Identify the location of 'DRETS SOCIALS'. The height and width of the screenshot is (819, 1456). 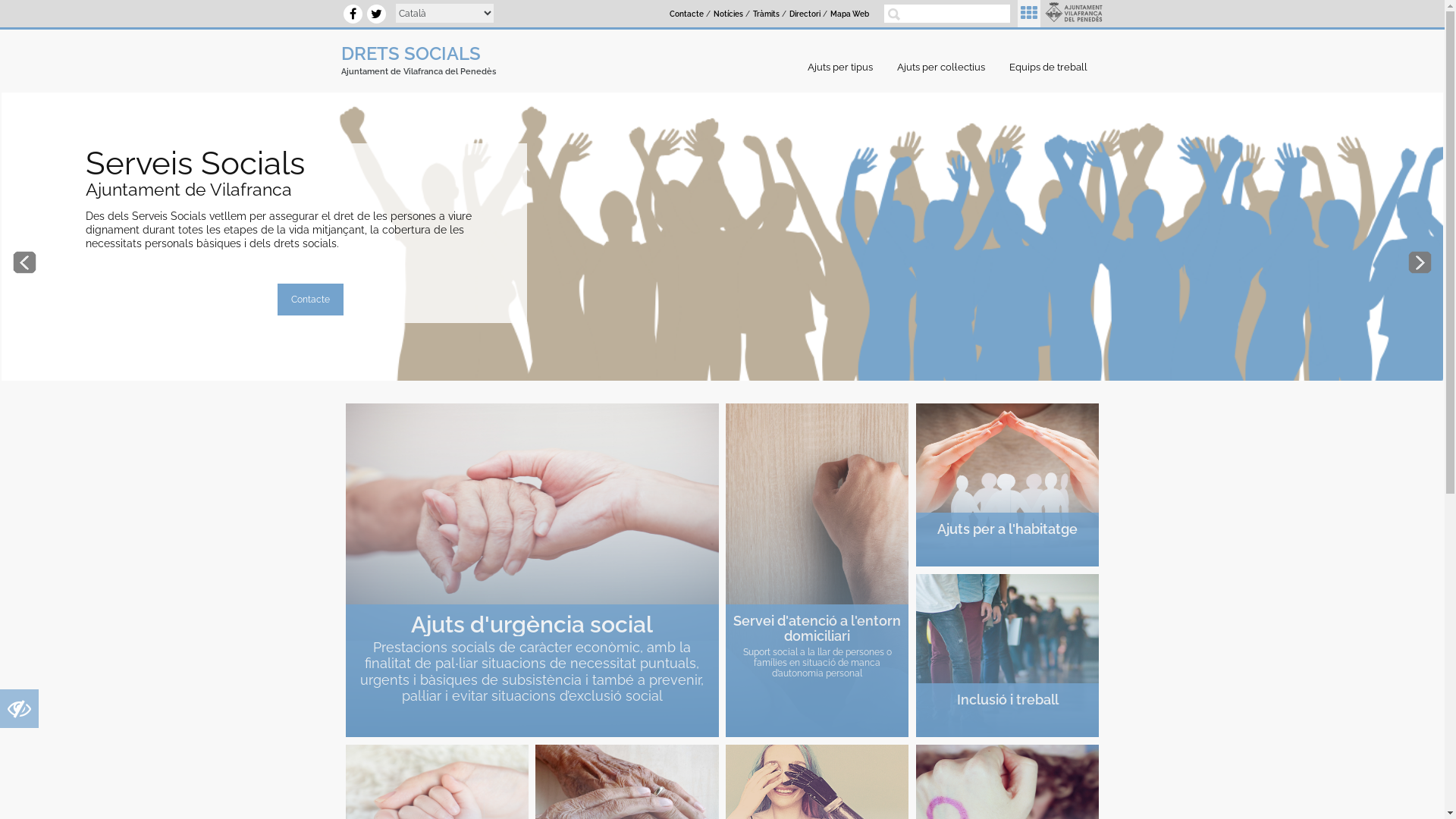
(411, 52).